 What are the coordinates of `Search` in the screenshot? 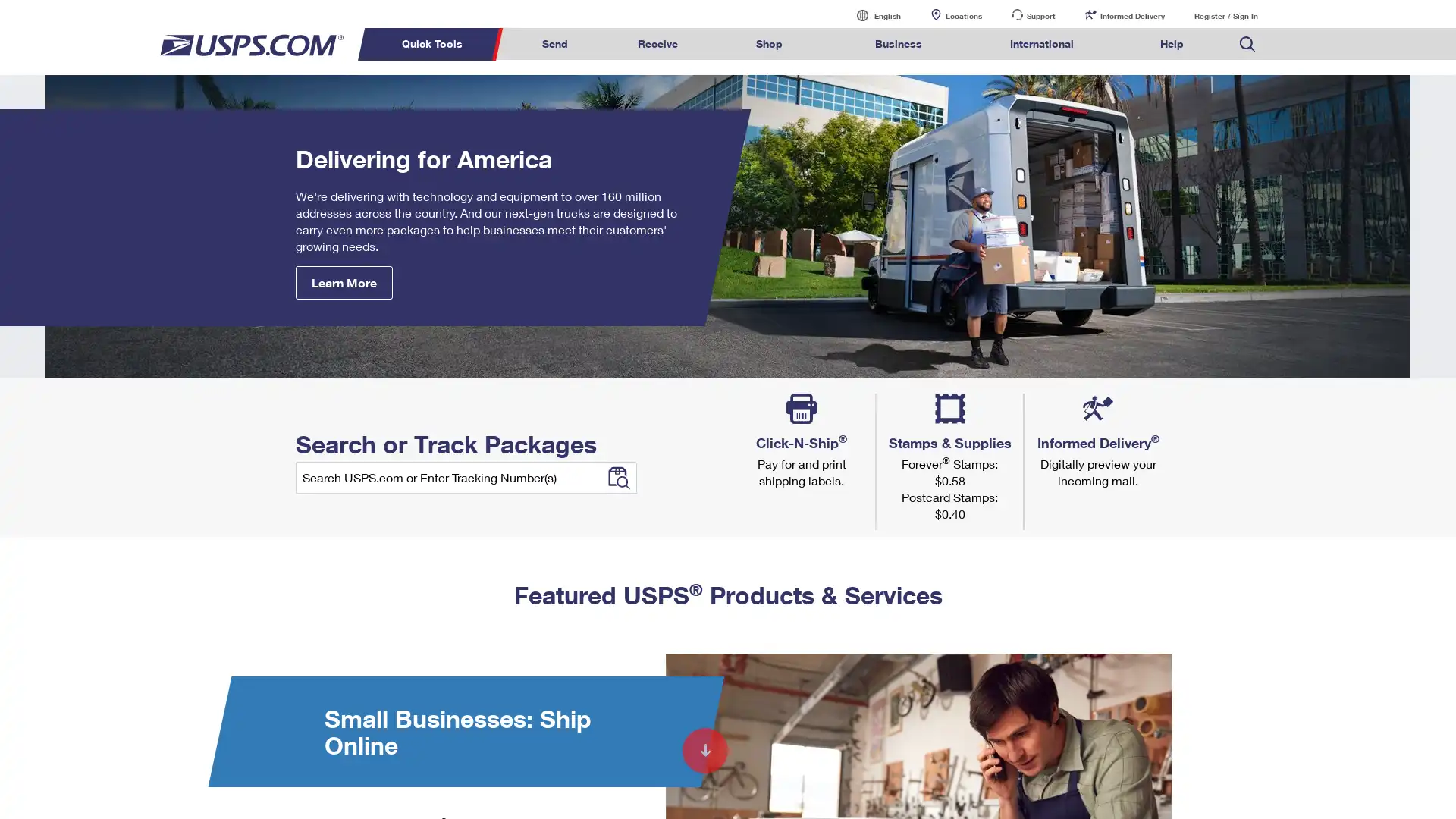 It's located at (1051, 382).